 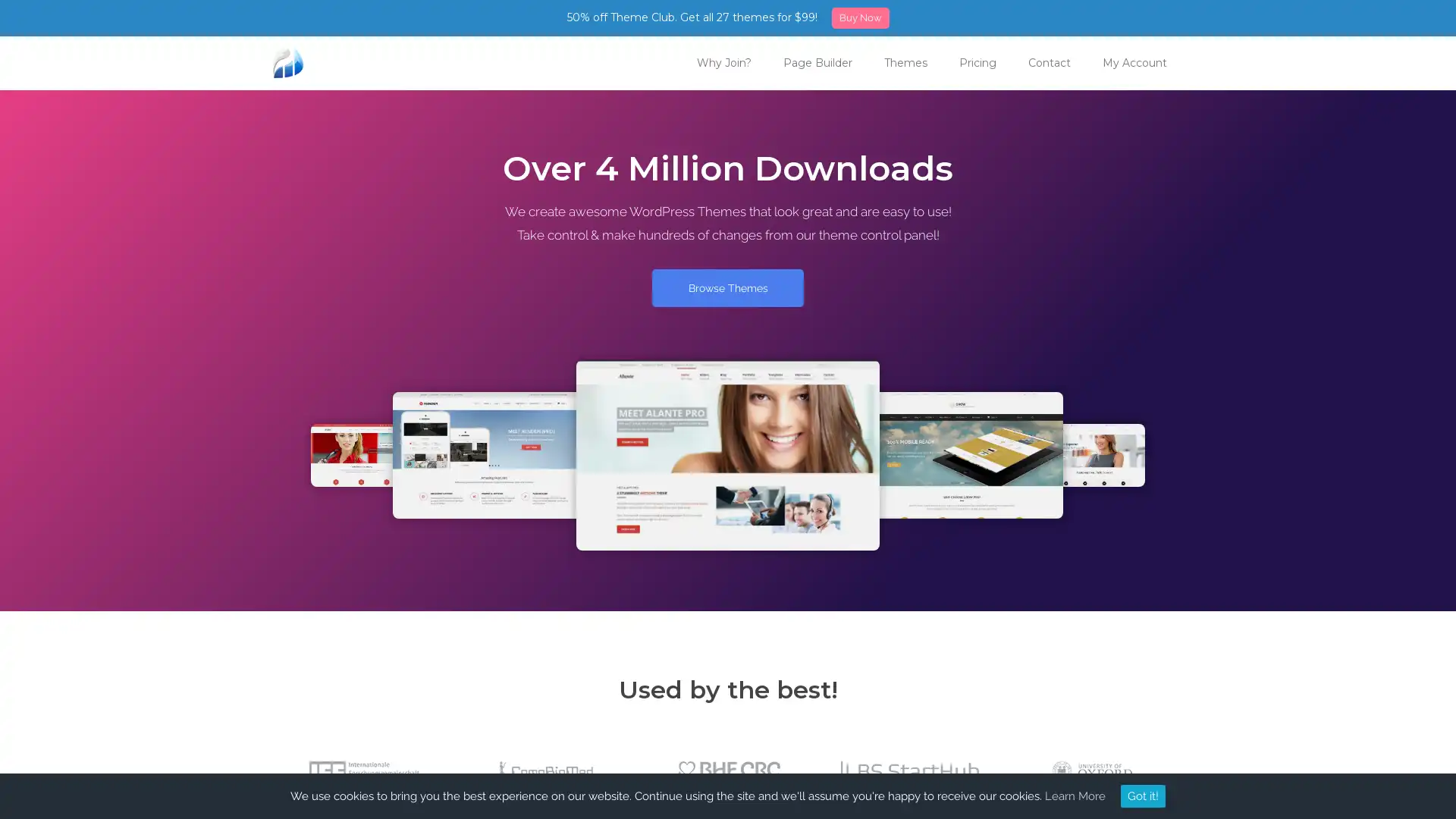 What do you see at coordinates (859, 17) in the screenshot?
I see `Buy Now` at bounding box center [859, 17].